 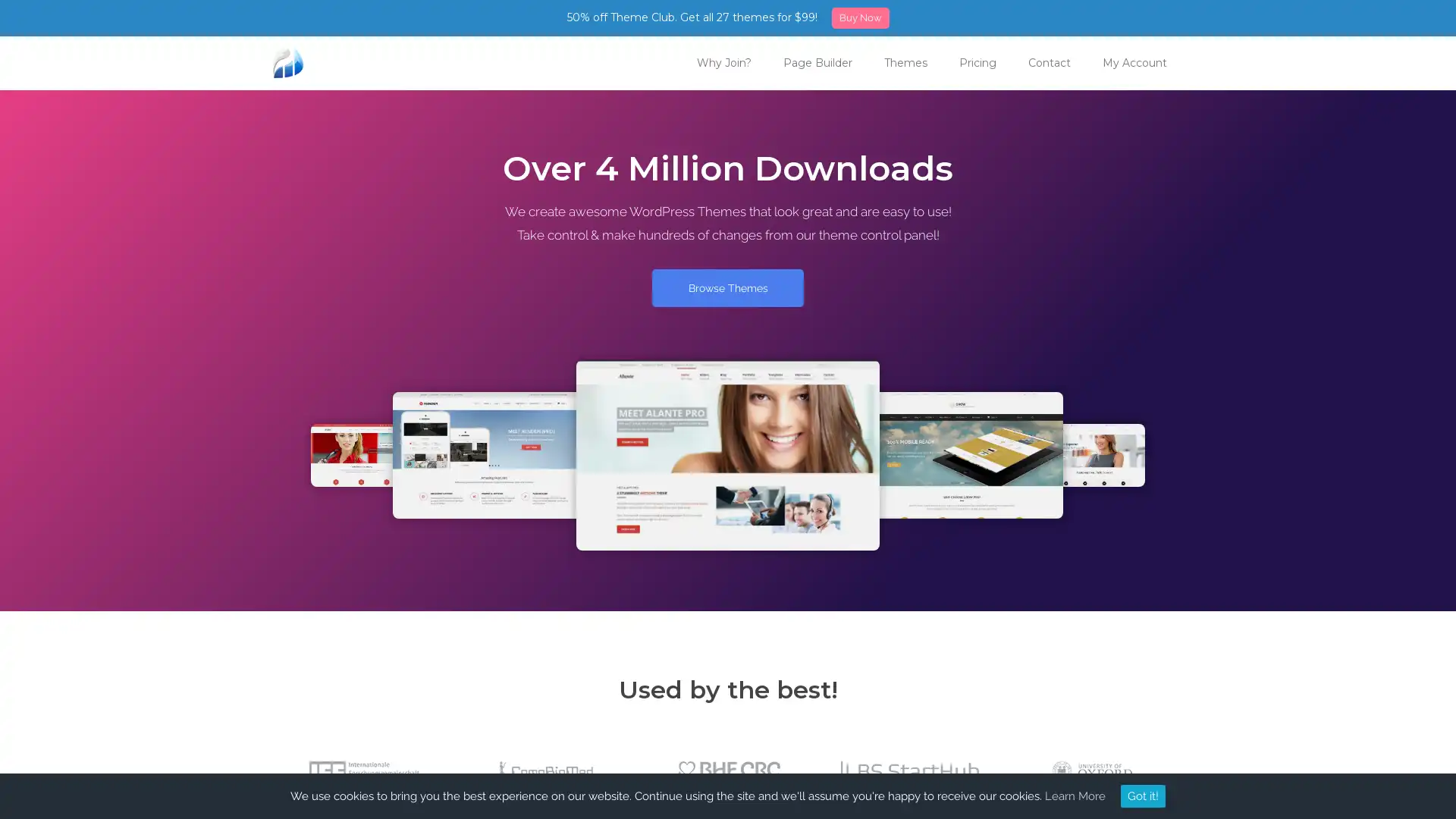 What do you see at coordinates (859, 17) in the screenshot?
I see `Buy Now` at bounding box center [859, 17].